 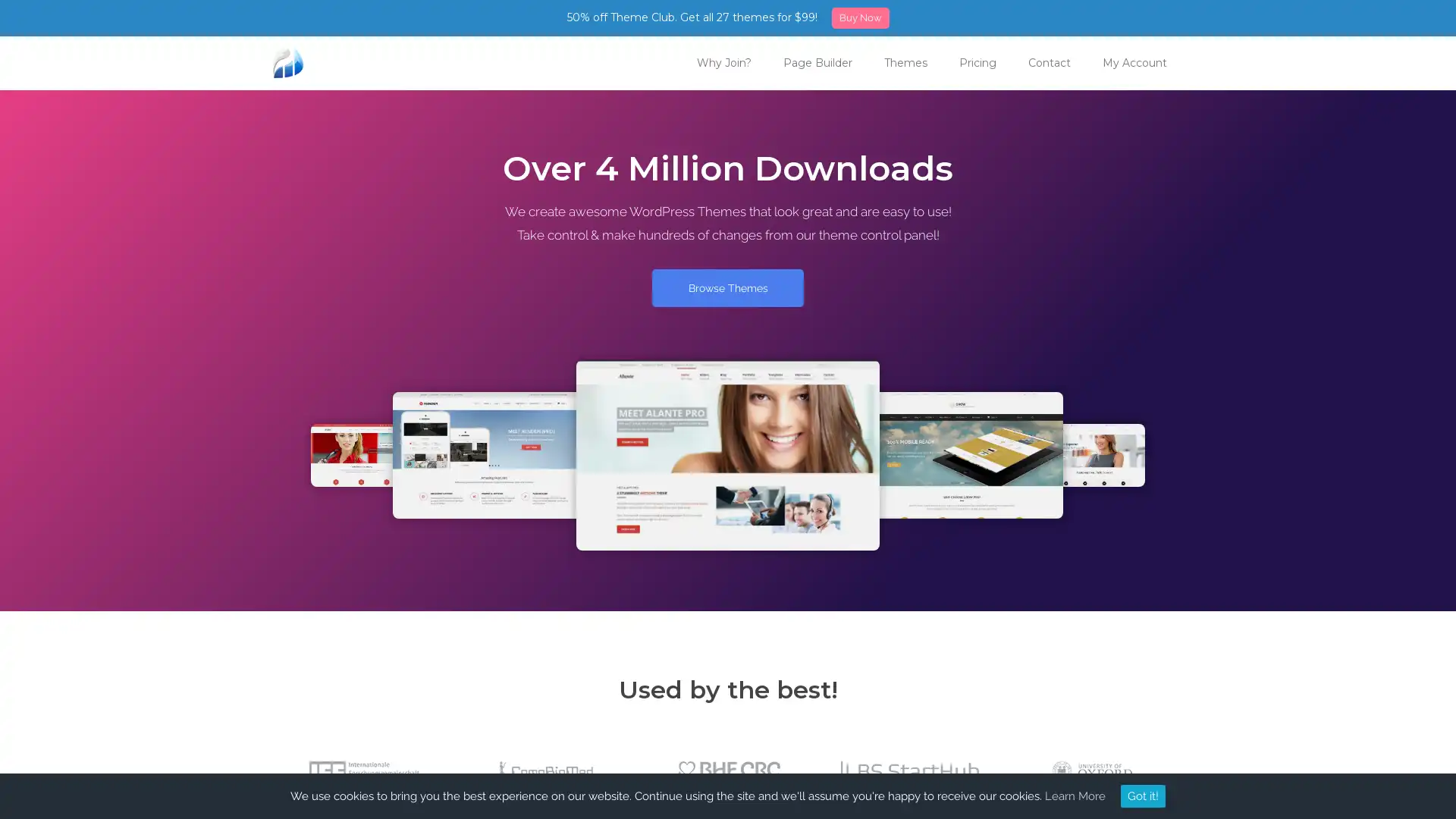 What do you see at coordinates (859, 17) in the screenshot?
I see `Buy Now` at bounding box center [859, 17].